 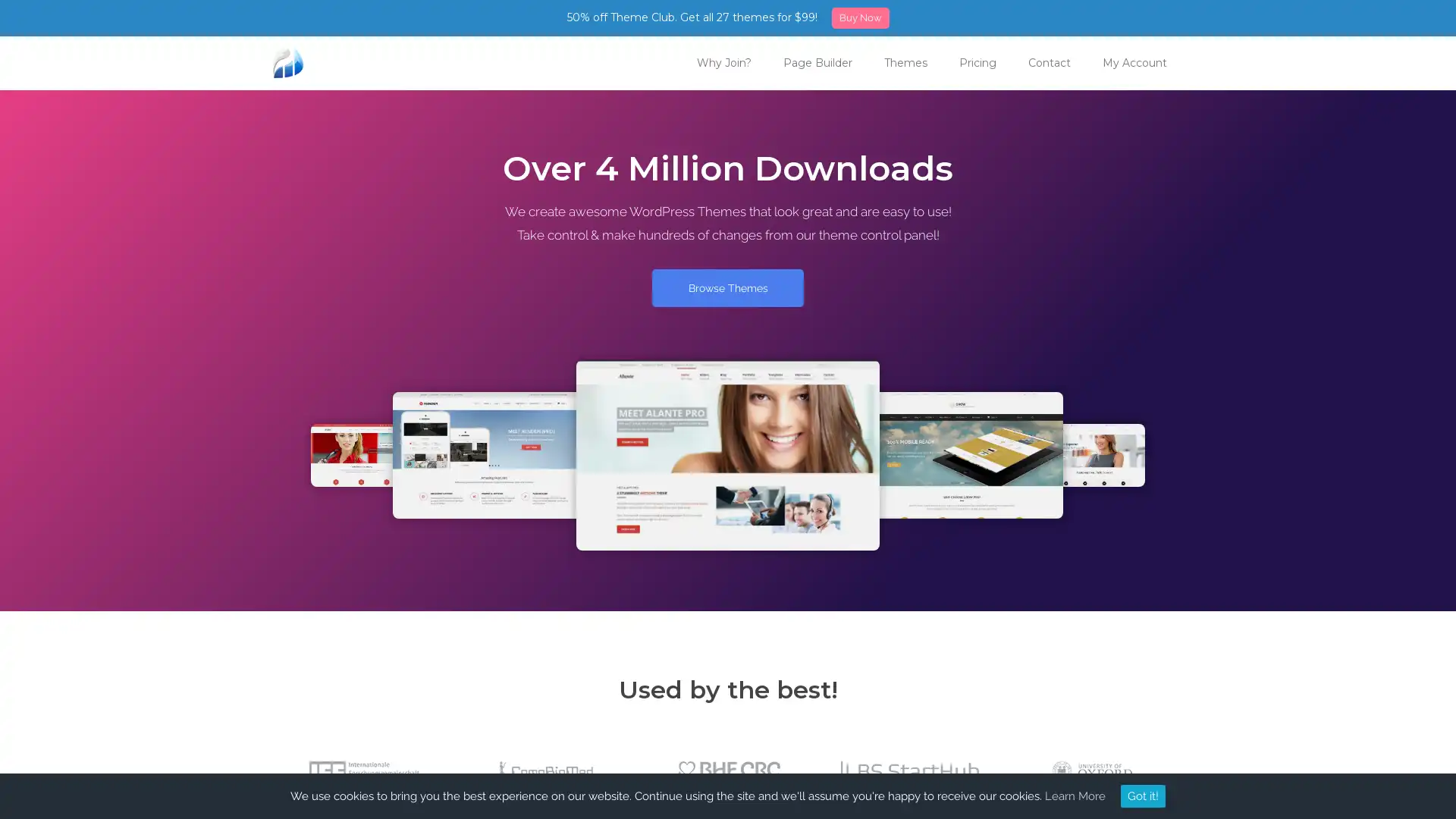 What do you see at coordinates (859, 17) in the screenshot?
I see `Buy Now` at bounding box center [859, 17].